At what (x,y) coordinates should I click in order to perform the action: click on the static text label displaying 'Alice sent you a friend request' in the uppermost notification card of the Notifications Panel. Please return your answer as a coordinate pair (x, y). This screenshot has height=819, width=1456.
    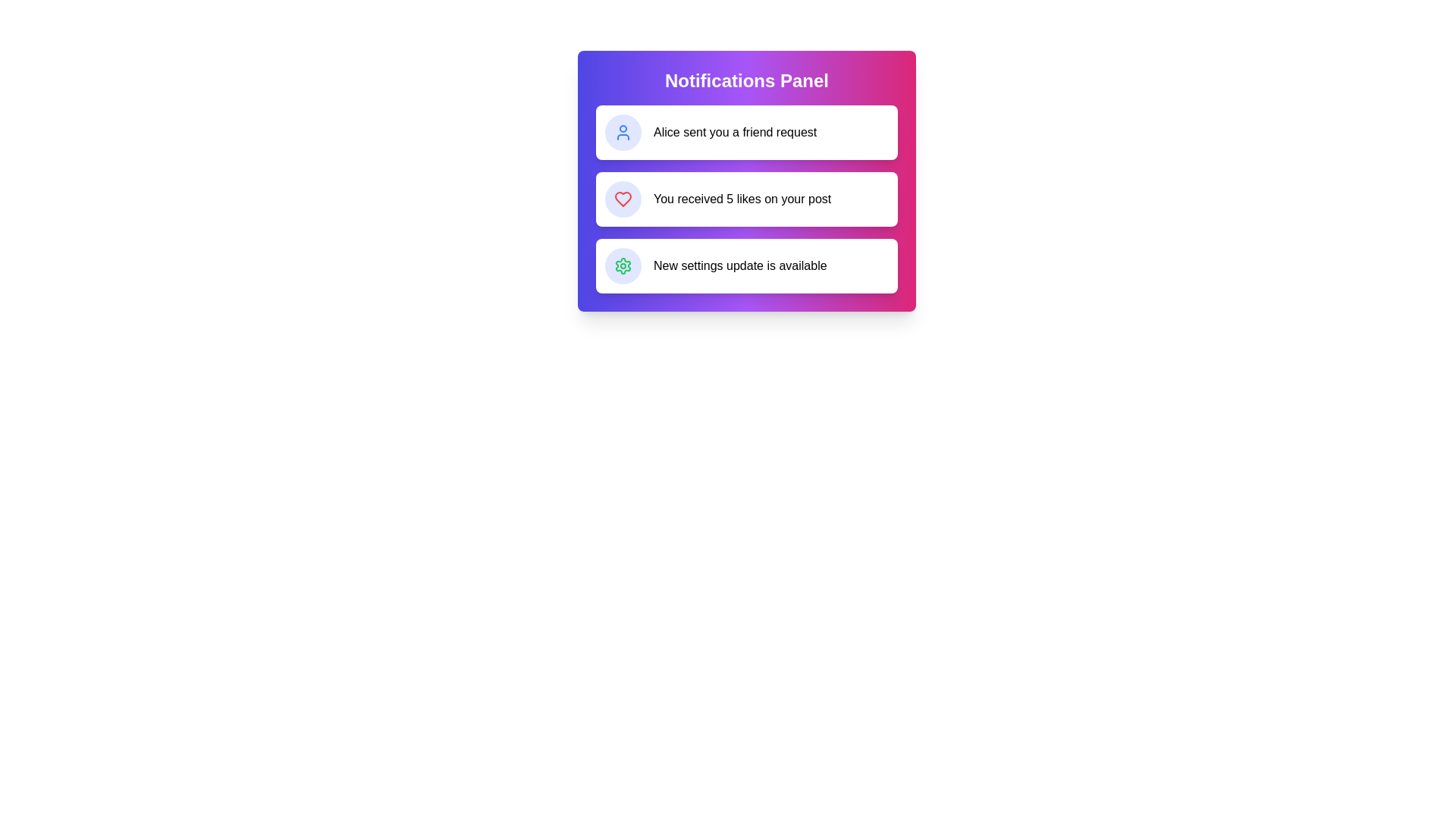
    Looking at the image, I should click on (735, 131).